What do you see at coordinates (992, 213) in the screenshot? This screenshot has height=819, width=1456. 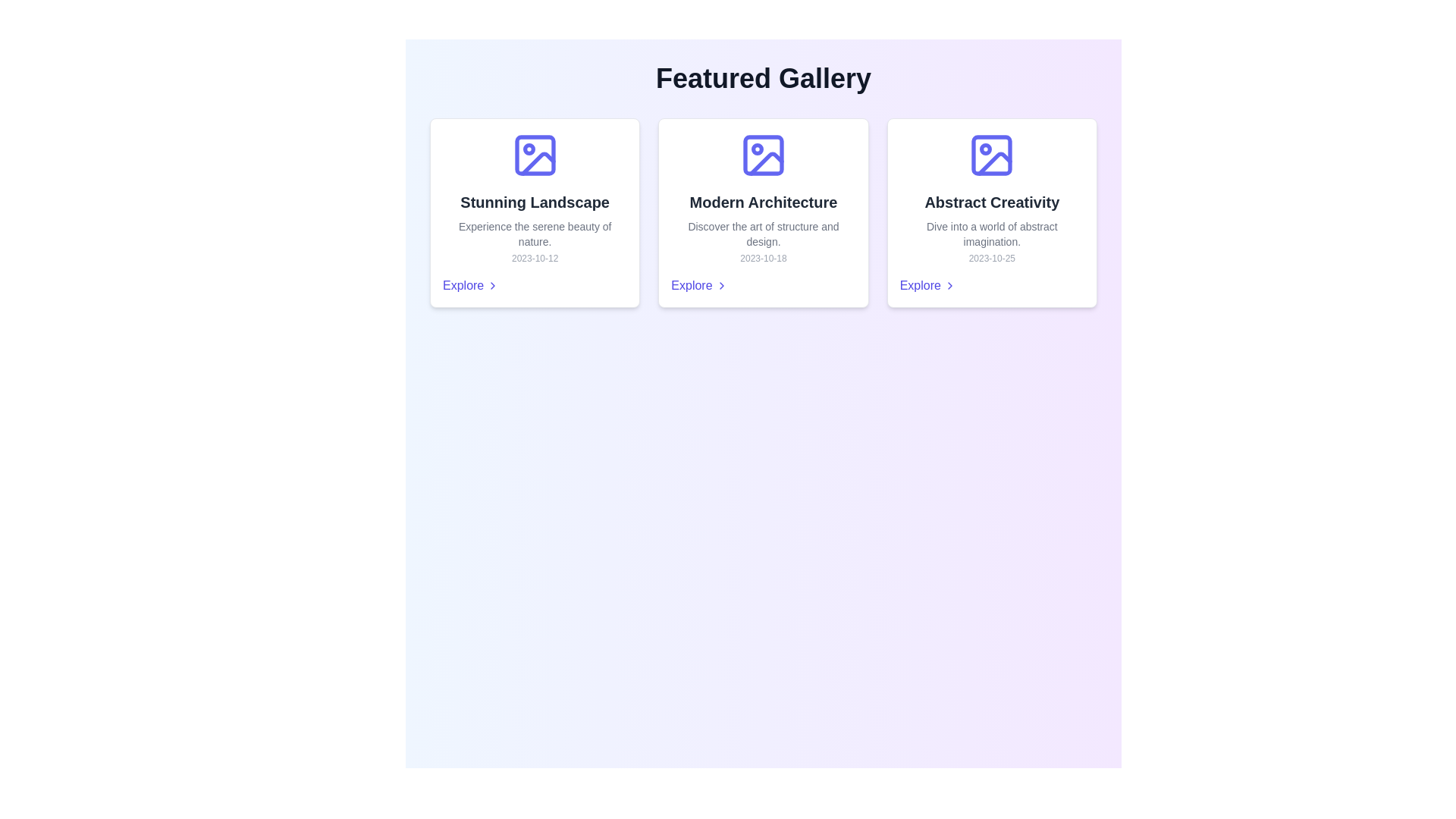 I see `the 'Abstract Creativity' Information Card located in the 'Featured Gallery' section, which is the third card in a row, providing a preview of content and an 'Explore' link` at bounding box center [992, 213].